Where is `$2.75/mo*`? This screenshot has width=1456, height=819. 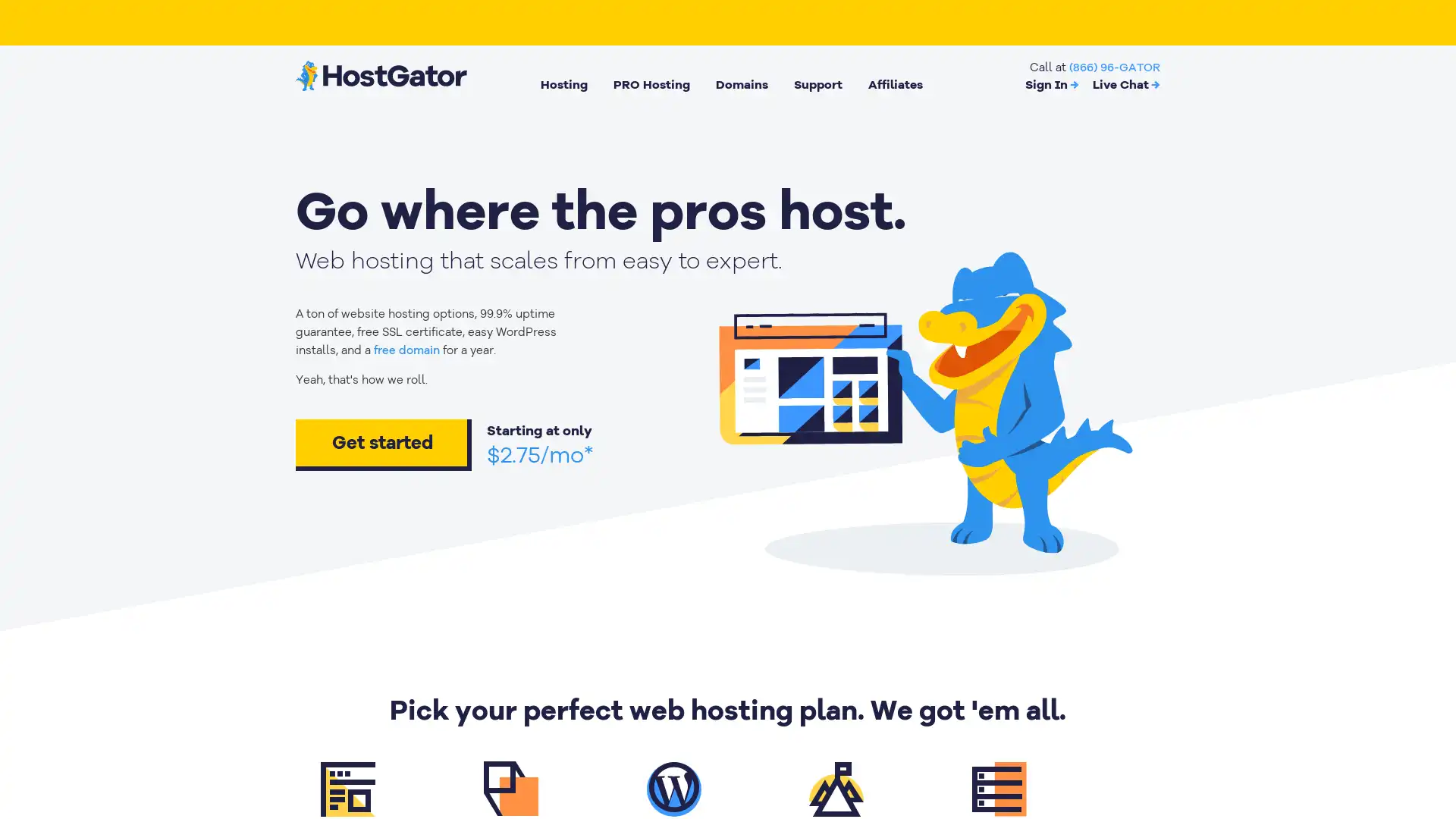 $2.75/mo* is located at coordinates (540, 454).